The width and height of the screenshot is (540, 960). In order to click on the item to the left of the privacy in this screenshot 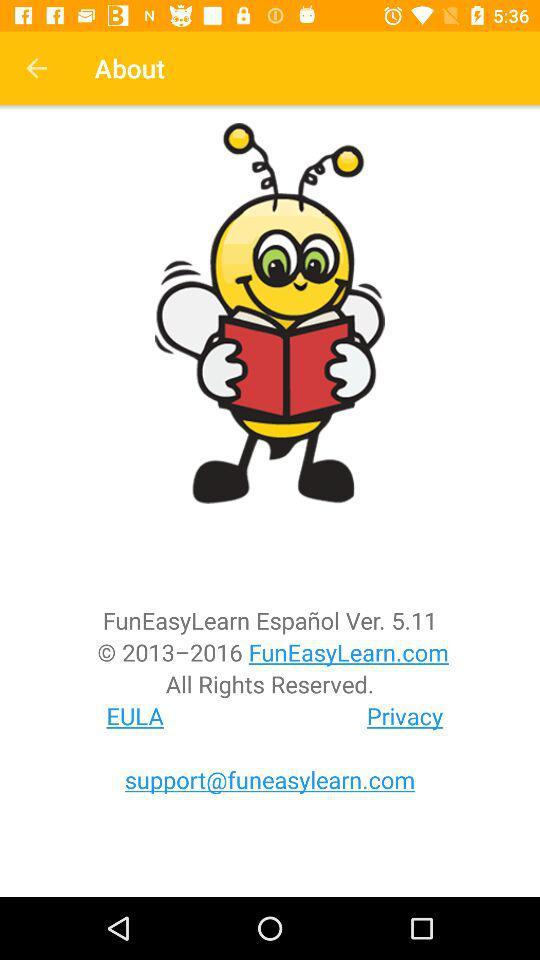, I will do `click(135, 716)`.